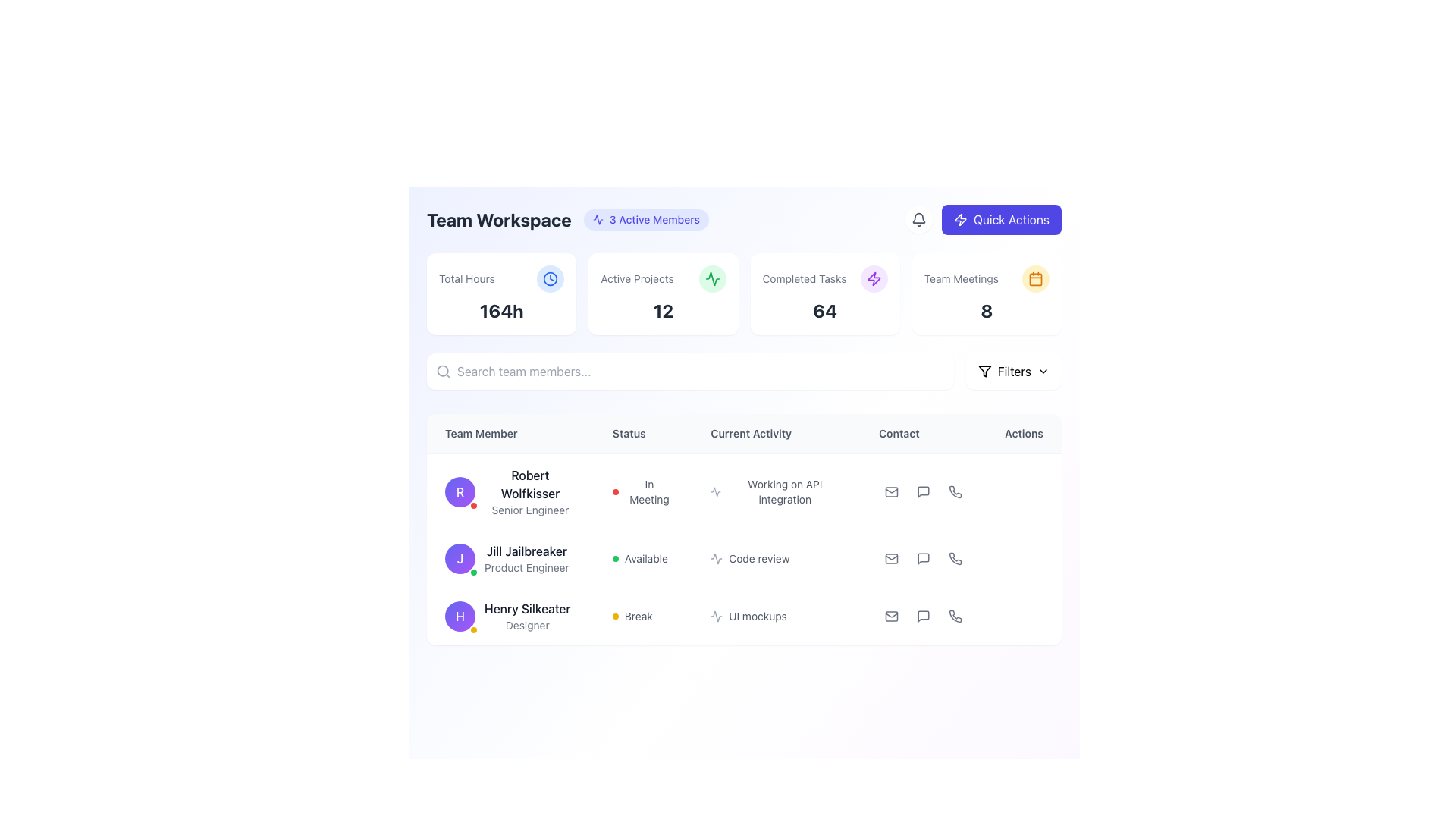 The image size is (1456, 819). Describe the element at coordinates (777, 434) in the screenshot. I see `the 'Current Activity' text label in the third column of the table header row, which is styled with medium-sized, bold, gray text and located between the 'Status' and 'Contact' columns` at that location.